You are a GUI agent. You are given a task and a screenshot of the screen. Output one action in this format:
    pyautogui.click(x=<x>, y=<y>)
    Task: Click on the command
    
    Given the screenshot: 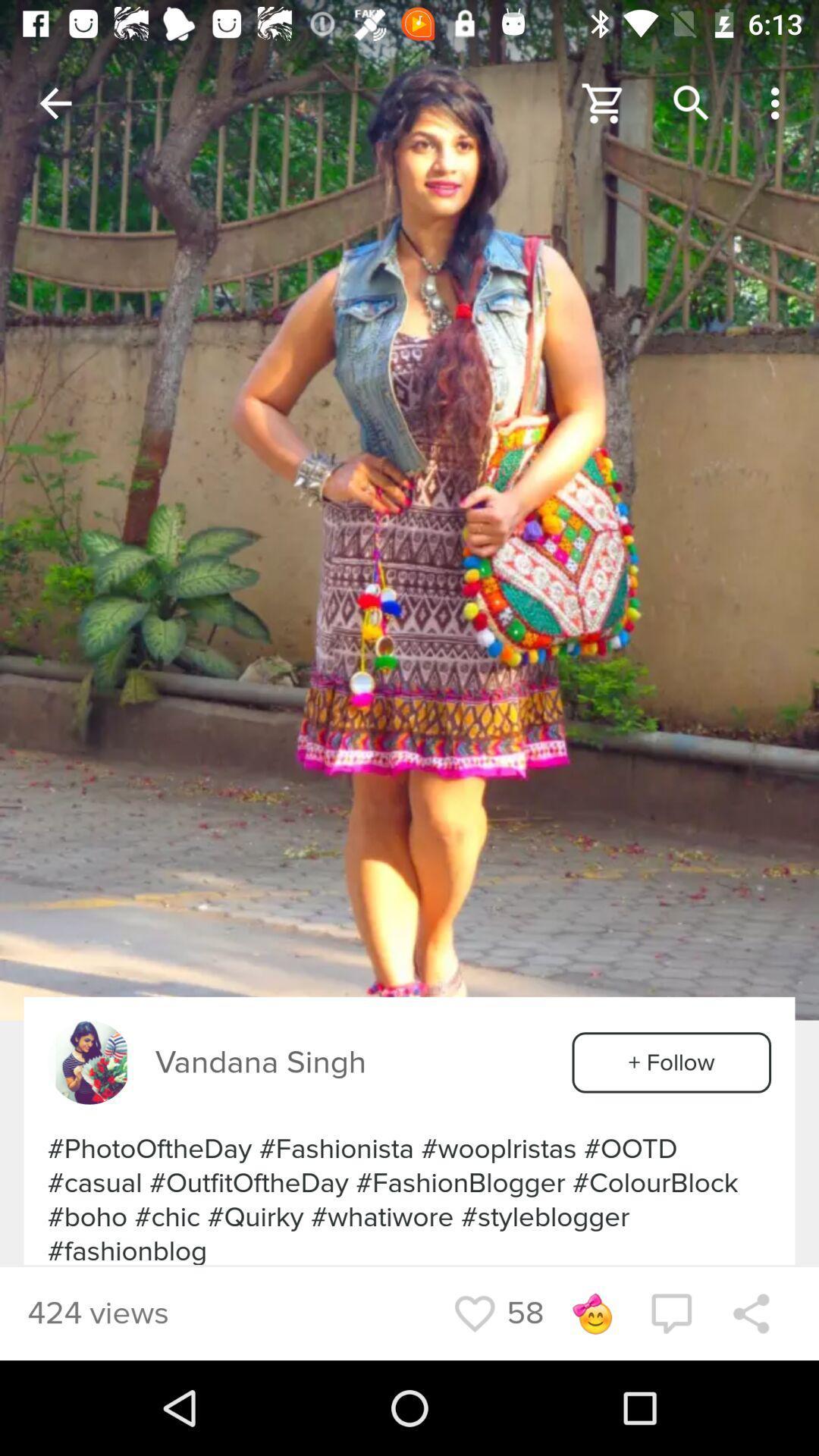 What is the action you would take?
    pyautogui.click(x=670, y=1313)
    